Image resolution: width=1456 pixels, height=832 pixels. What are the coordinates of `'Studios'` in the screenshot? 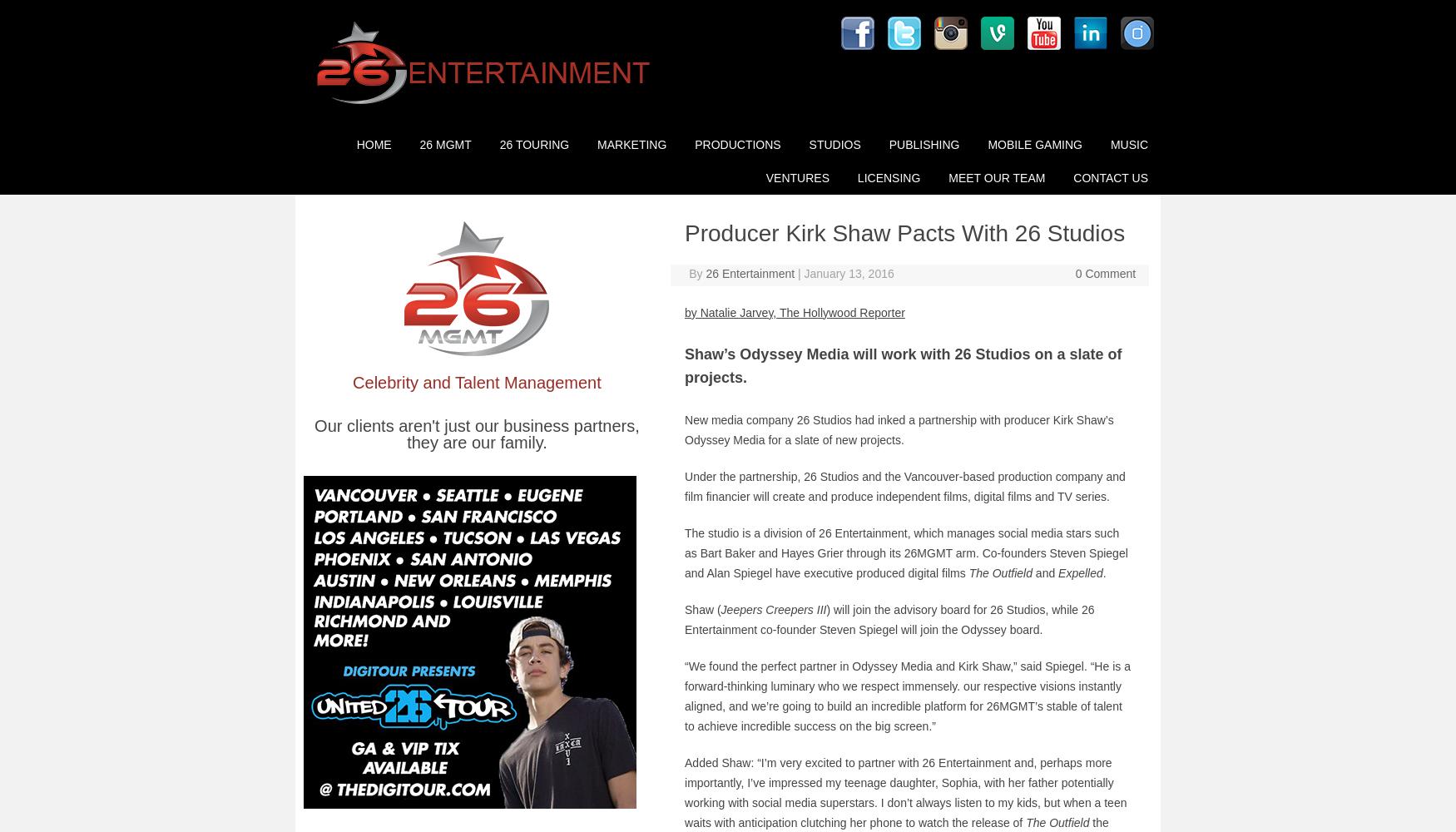 It's located at (833, 145).